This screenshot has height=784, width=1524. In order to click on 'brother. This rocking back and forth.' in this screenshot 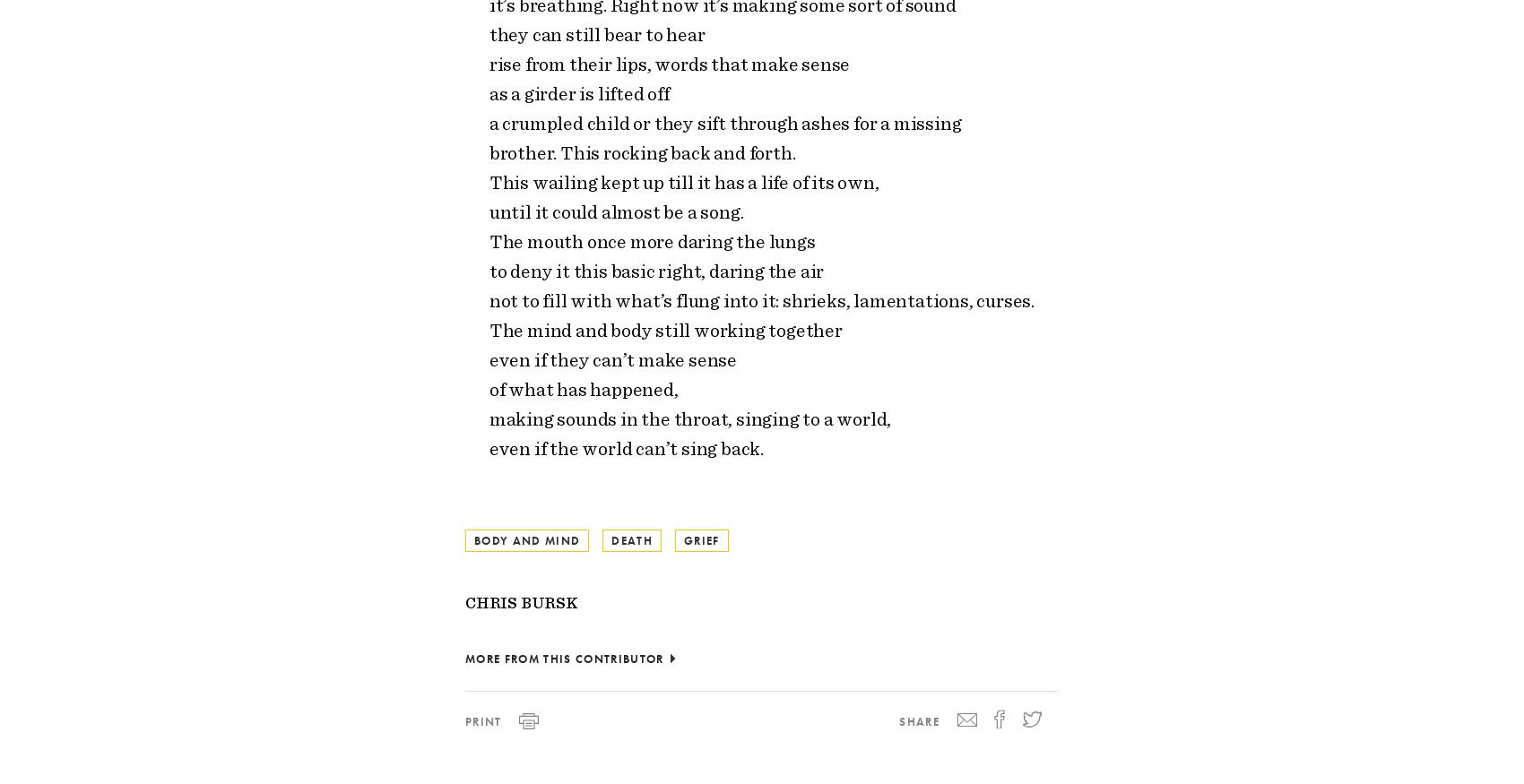, I will do `click(642, 151)`.